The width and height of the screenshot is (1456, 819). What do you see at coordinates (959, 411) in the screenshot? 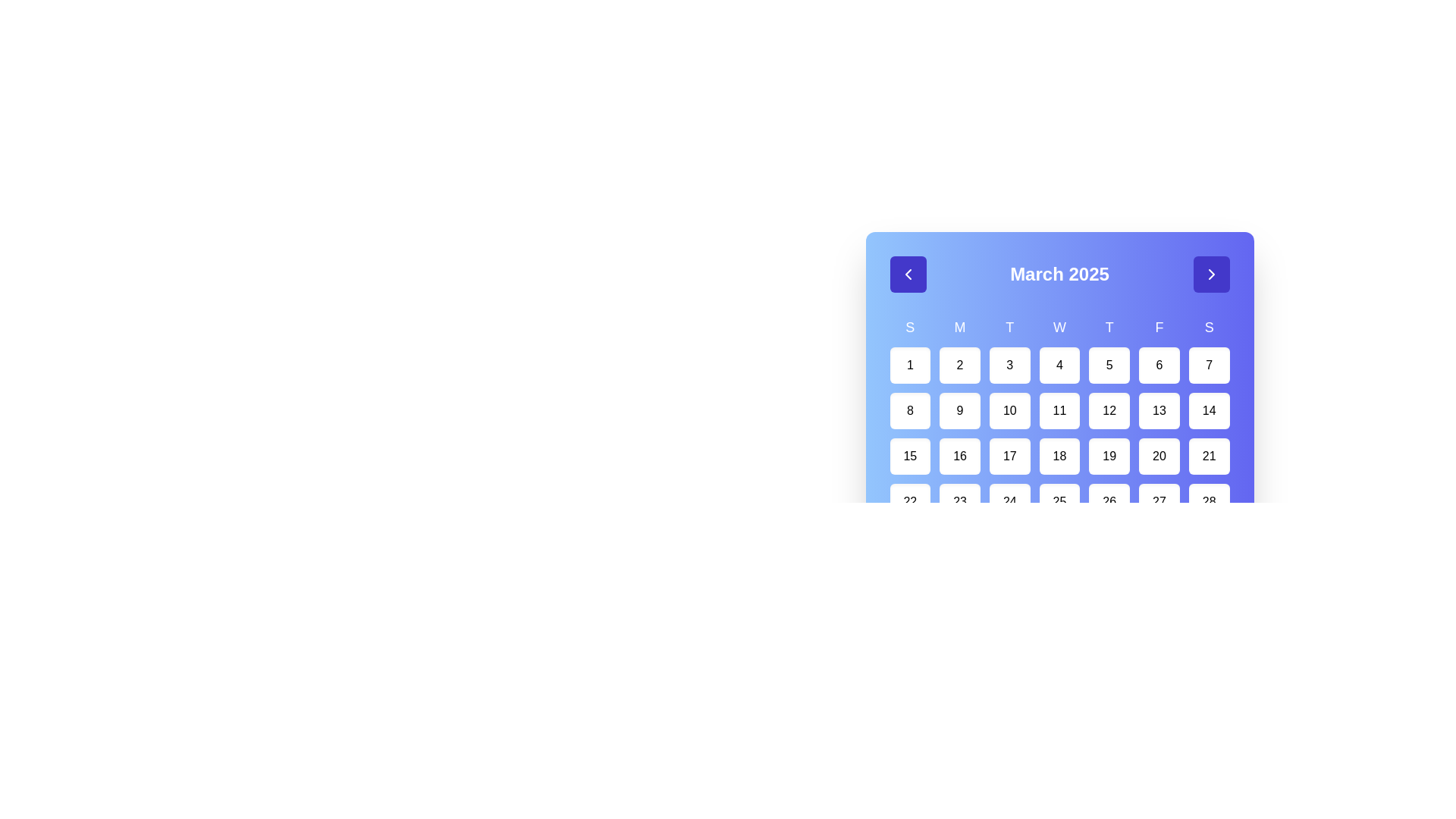
I see `the Button styled date box representing calendar day 9 located in the second row and second column under the header day titled 'W'` at bounding box center [959, 411].